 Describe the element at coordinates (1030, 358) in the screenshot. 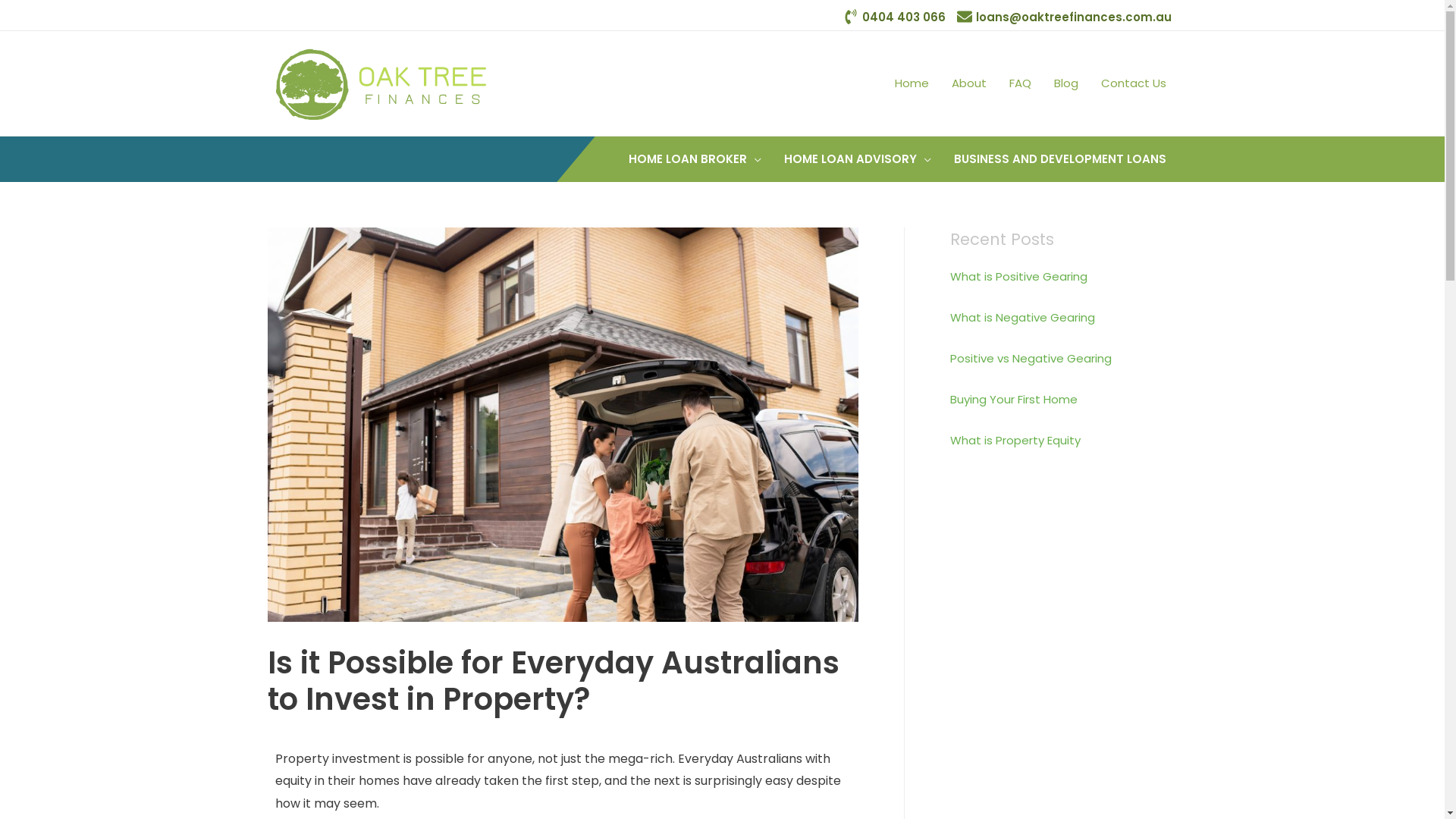

I see `'Positive vs Negative Gearing'` at that location.